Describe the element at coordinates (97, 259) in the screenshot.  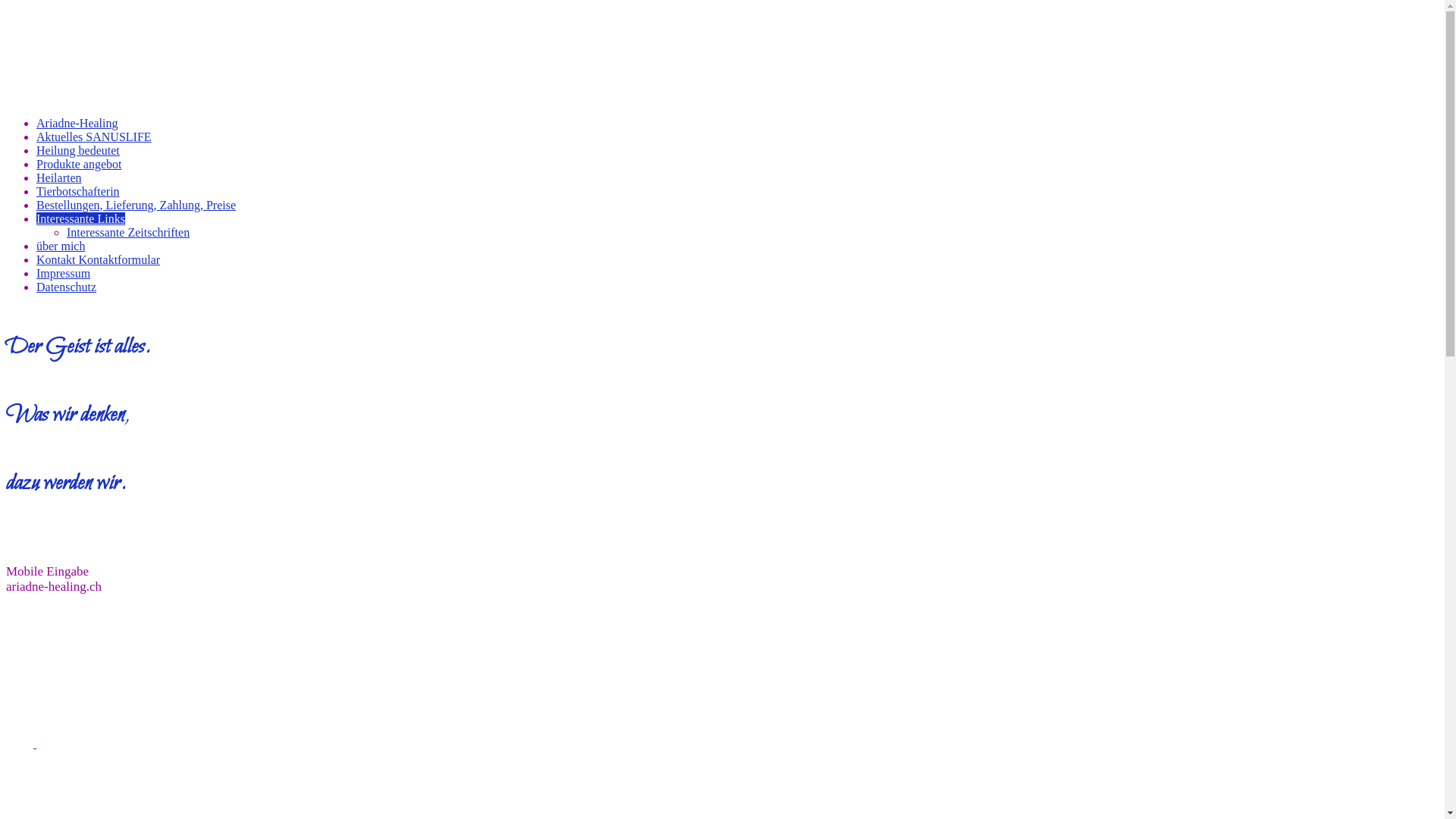
I see `'Kontakt Kontaktformular'` at that location.